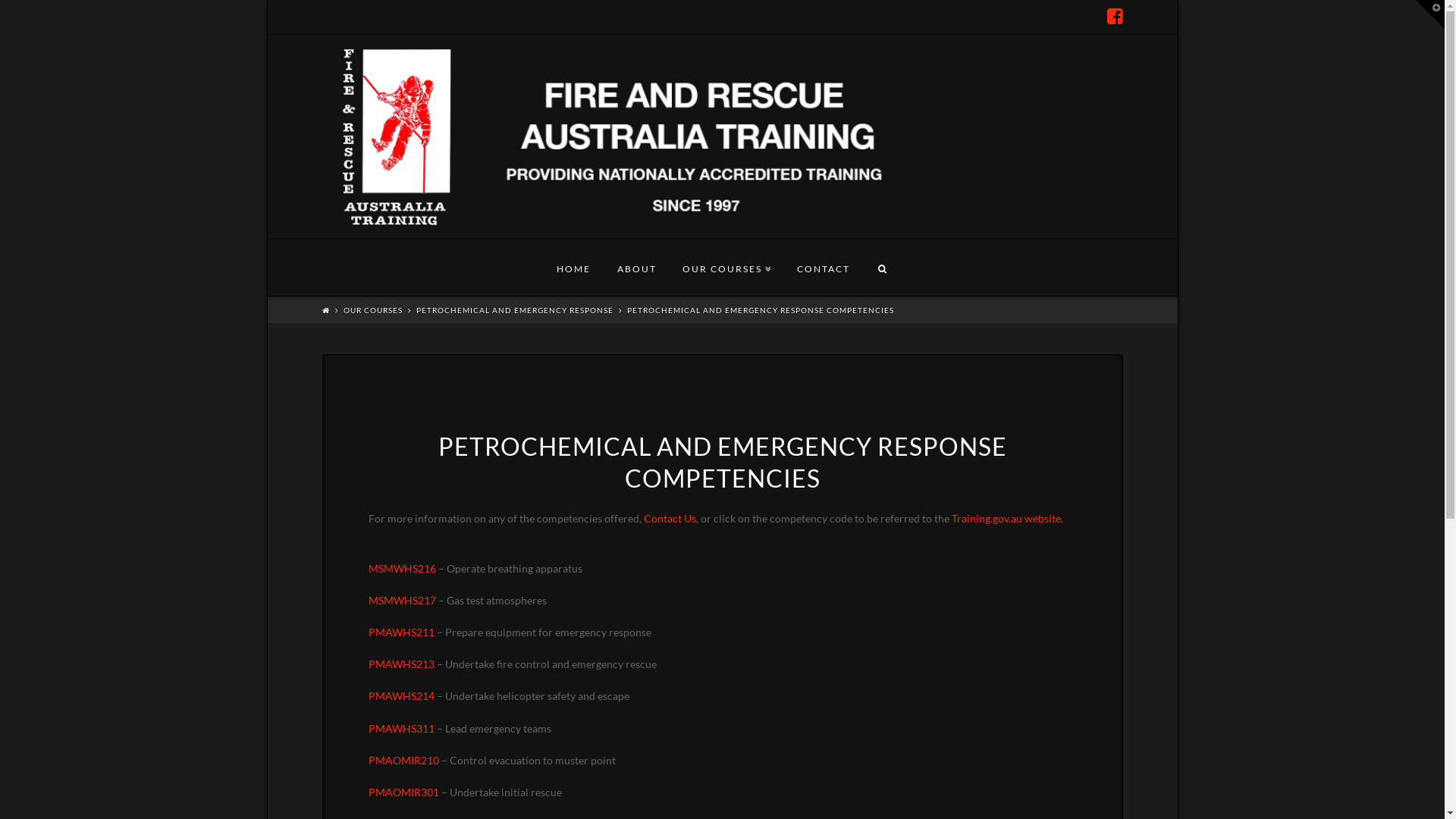 This screenshot has width=1456, height=819. I want to click on 'PETROCHEMICAL AND EMERGENCY RESPONSE', so click(513, 309).